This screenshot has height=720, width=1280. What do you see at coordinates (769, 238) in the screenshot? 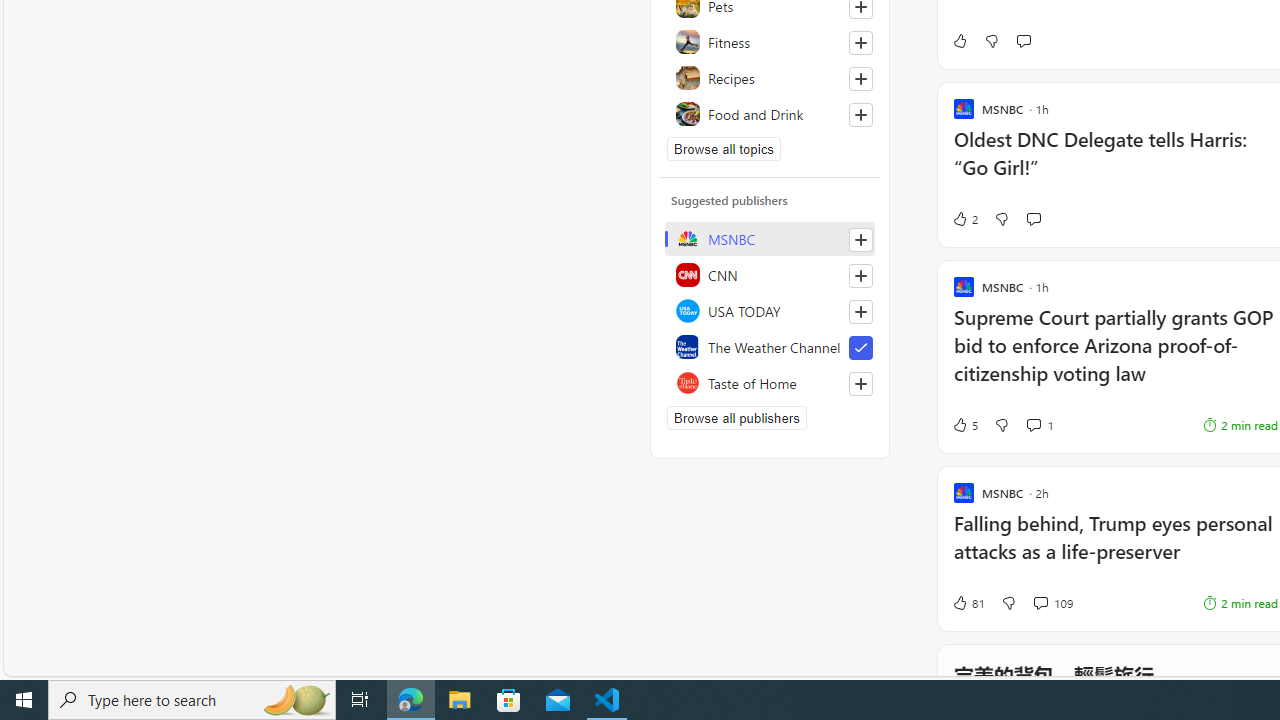
I see `'MSNBC'` at bounding box center [769, 238].